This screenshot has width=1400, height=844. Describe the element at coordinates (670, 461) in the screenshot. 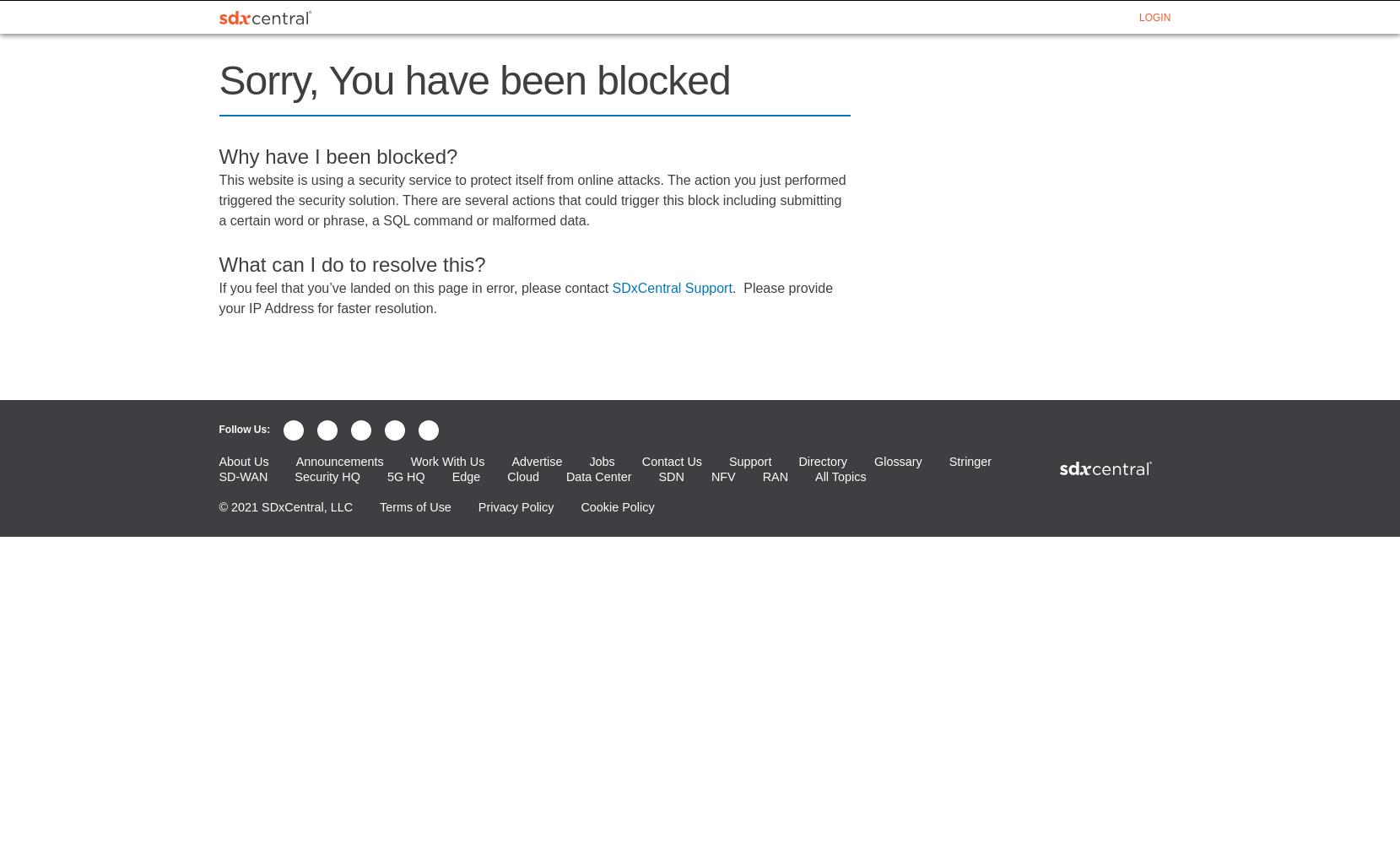

I see `'Contact Us'` at that location.